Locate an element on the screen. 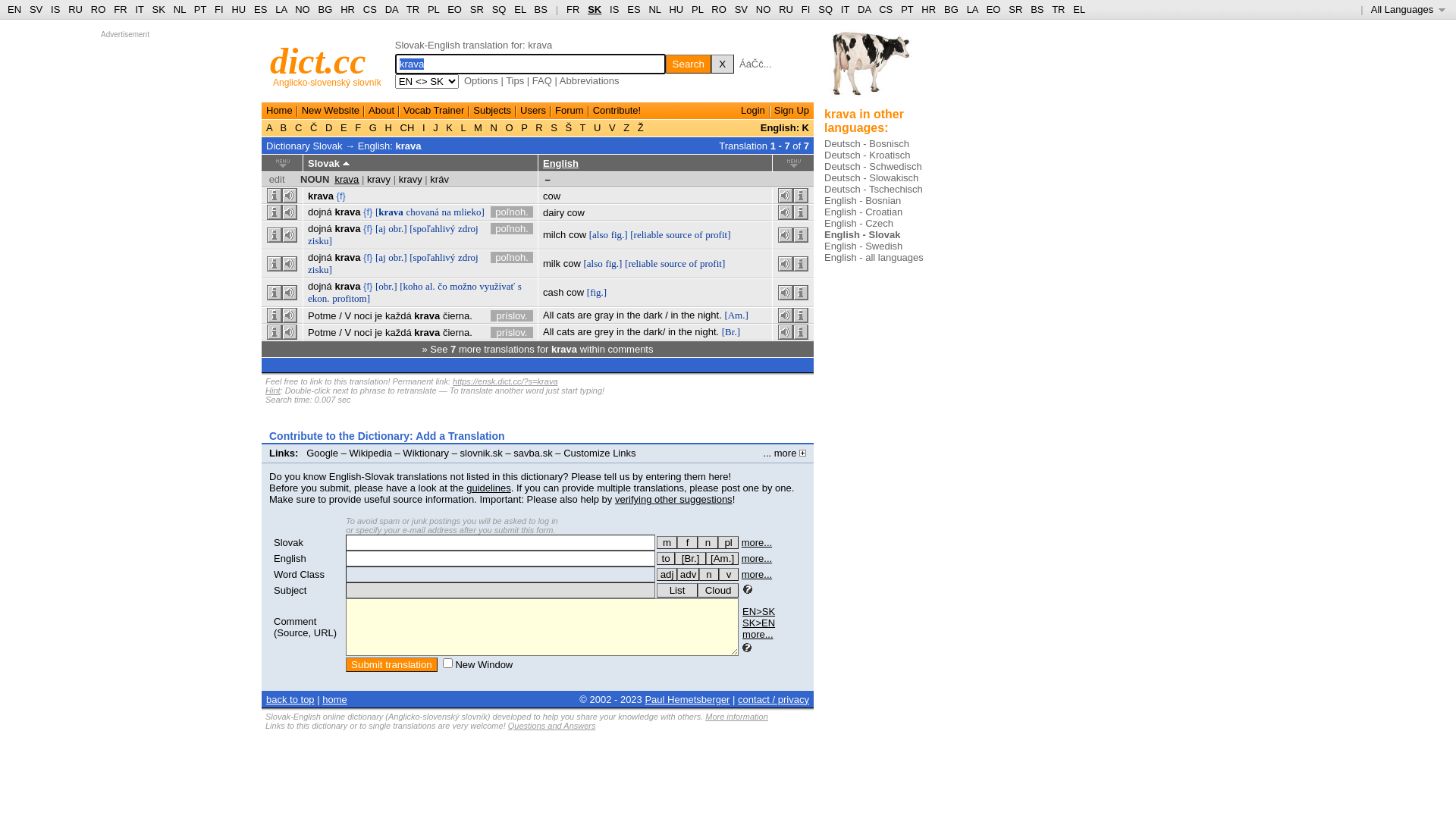  'Submit translation' is located at coordinates (391, 664).